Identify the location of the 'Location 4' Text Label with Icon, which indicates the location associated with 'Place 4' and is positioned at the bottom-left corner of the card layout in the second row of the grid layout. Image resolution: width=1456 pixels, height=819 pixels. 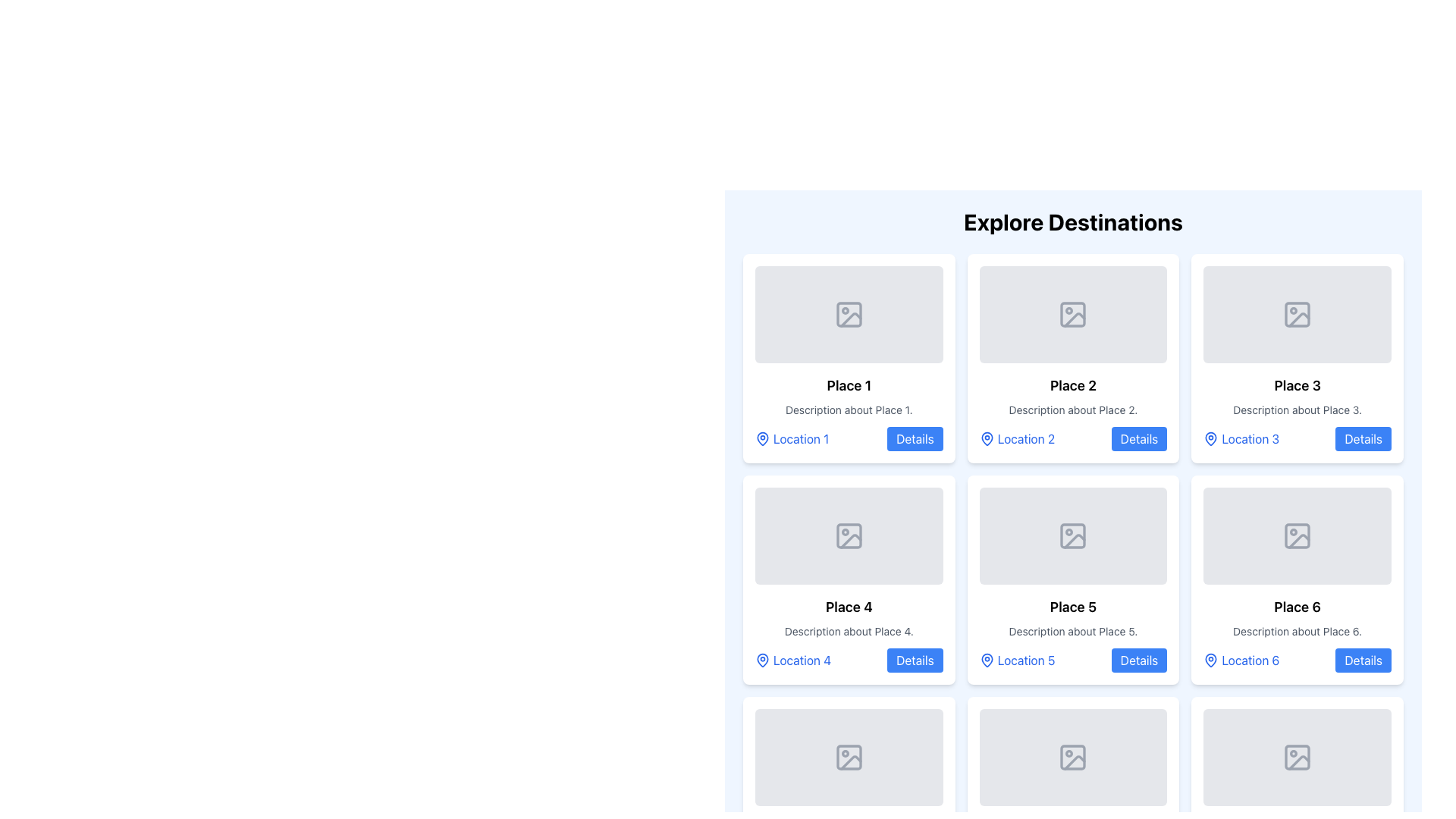
(792, 660).